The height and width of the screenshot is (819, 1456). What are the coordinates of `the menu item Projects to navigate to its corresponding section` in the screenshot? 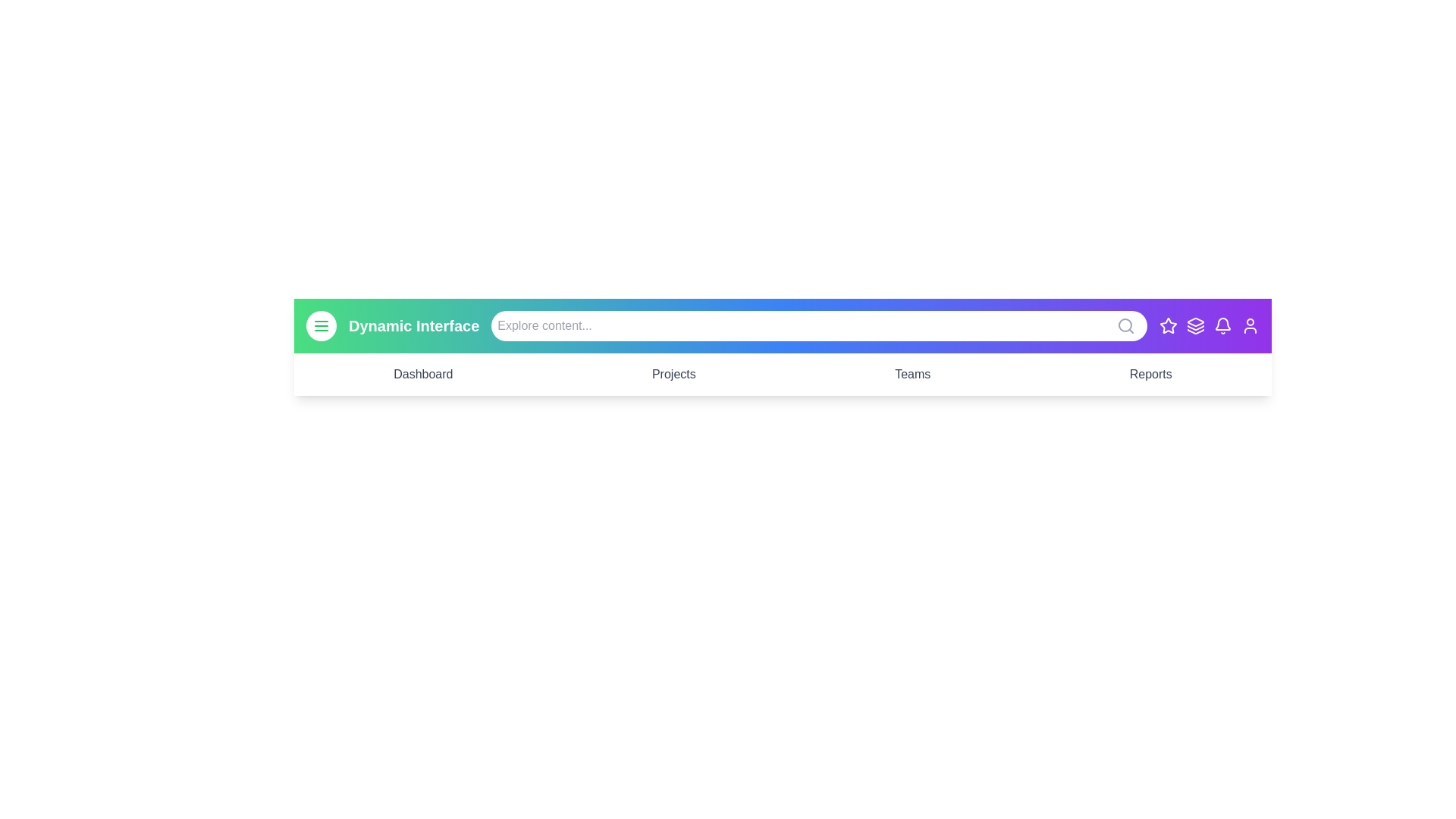 It's located at (673, 374).